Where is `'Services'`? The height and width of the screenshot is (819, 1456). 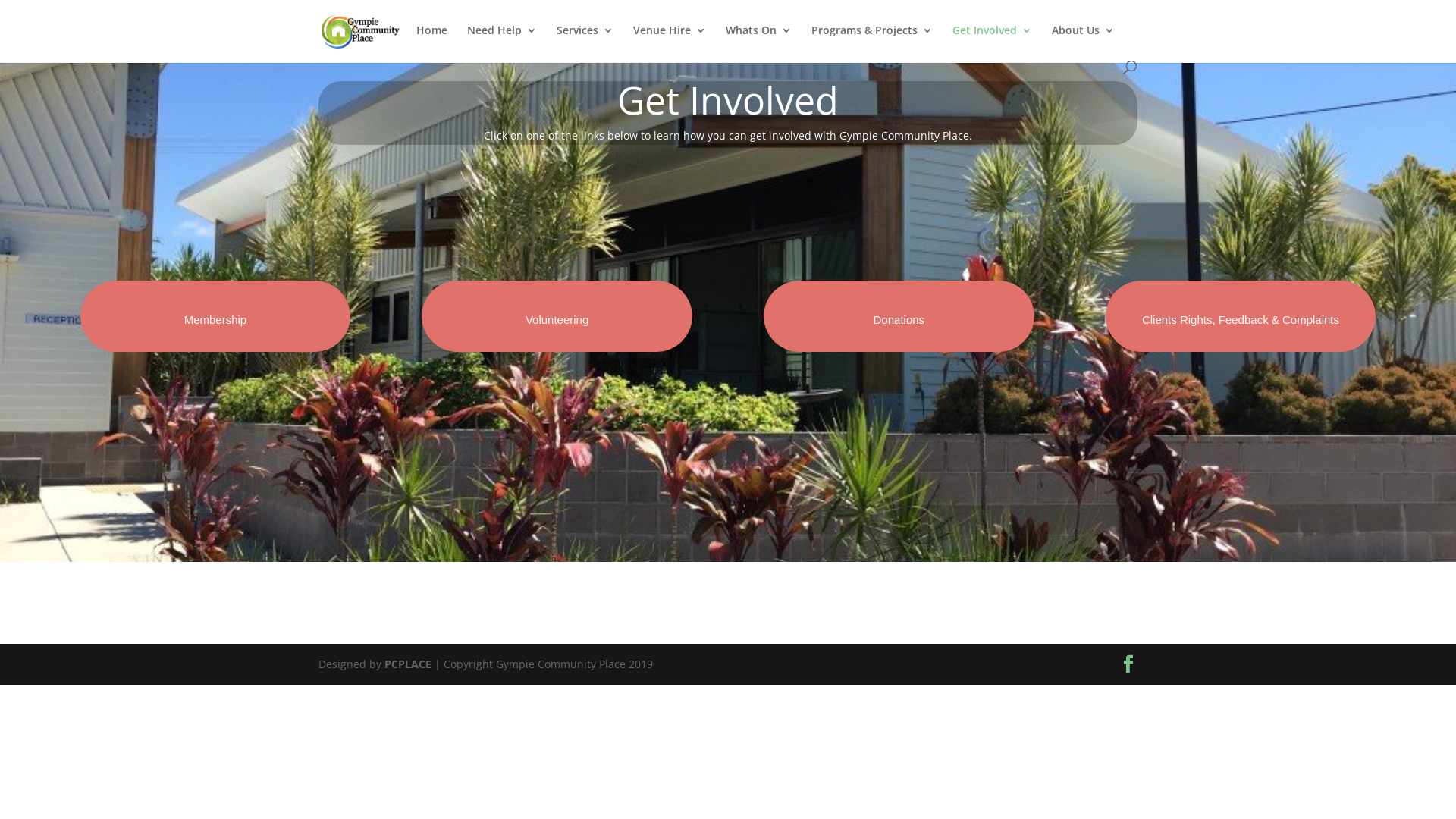
'Services' is located at coordinates (584, 42).